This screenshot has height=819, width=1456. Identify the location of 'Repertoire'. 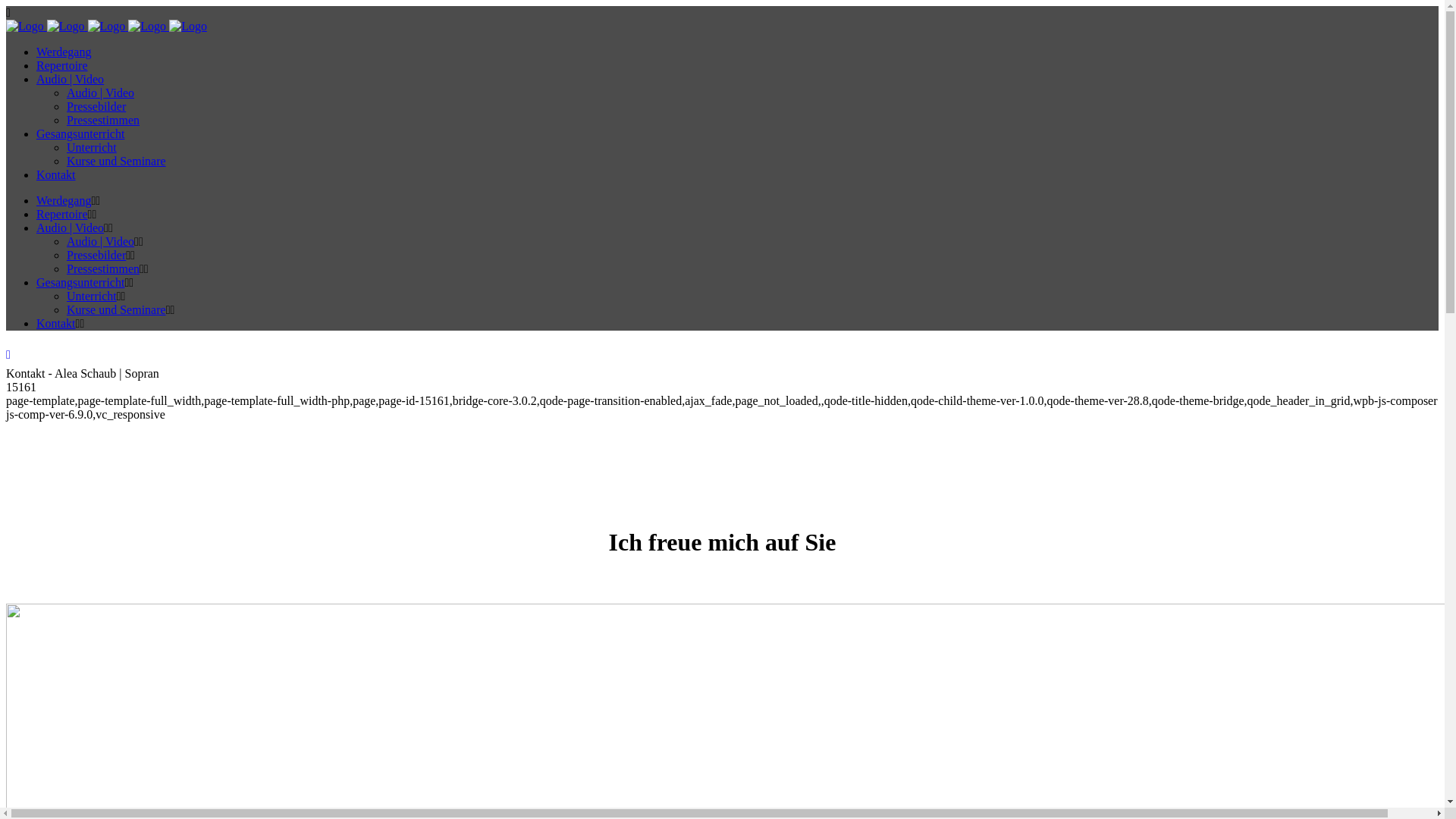
(61, 214).